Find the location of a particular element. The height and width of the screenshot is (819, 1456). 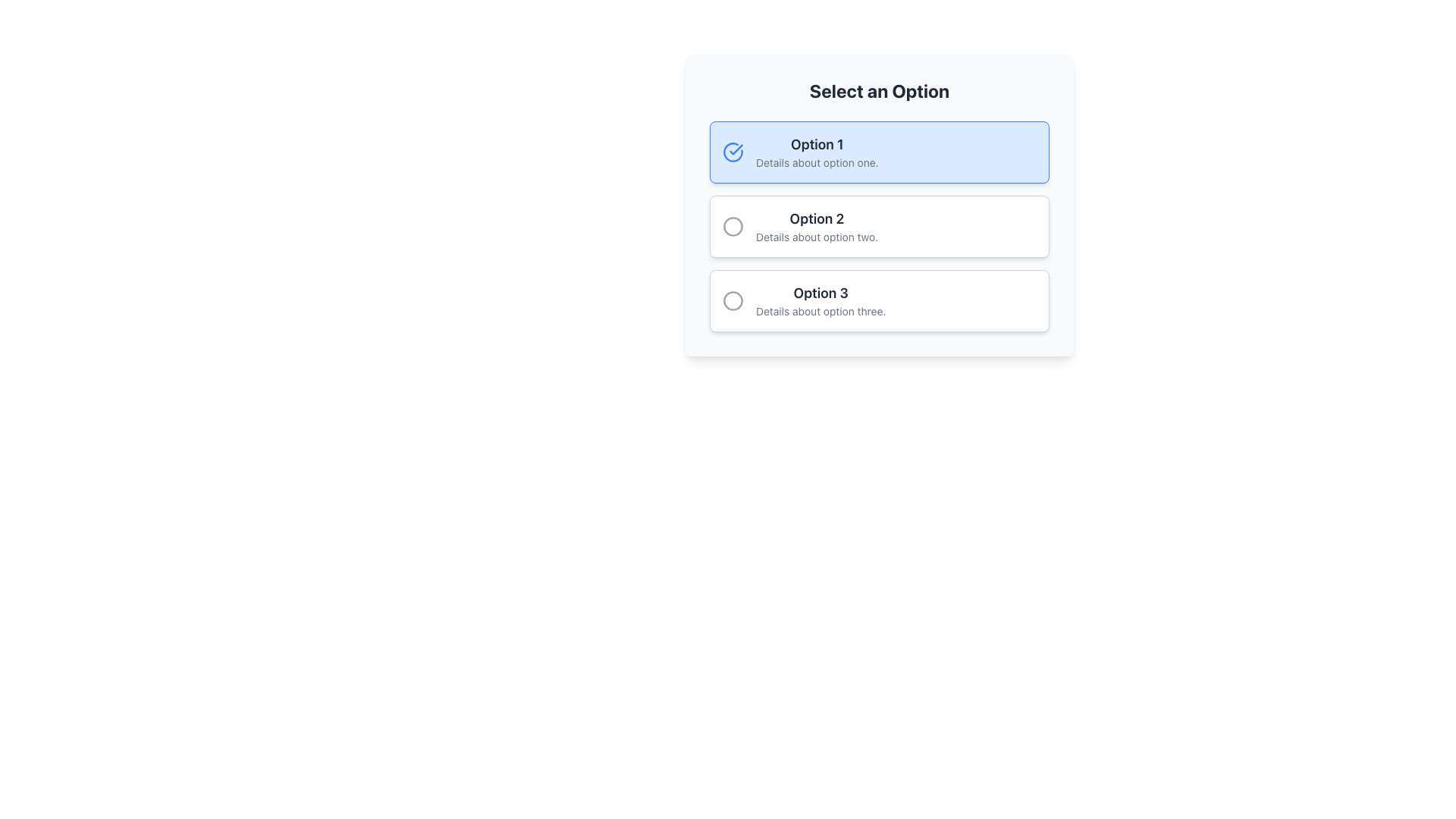

the title text of the third selectable option in the interface, located between 'Option 2' and 'Details about option three.' is located at coordinates (820, 293).